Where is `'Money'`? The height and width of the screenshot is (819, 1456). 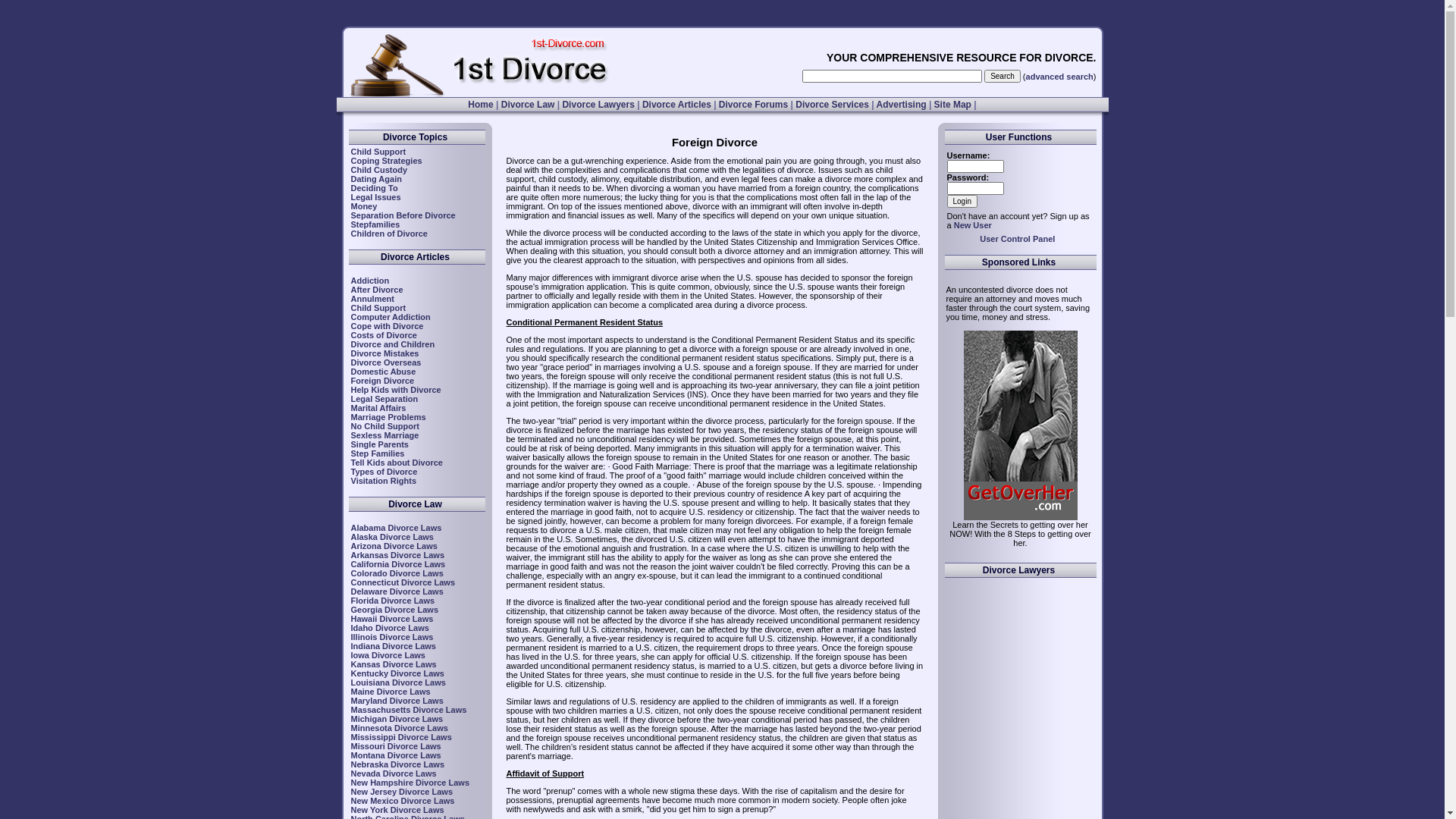 'Money' is located at coordinates (362, 206).